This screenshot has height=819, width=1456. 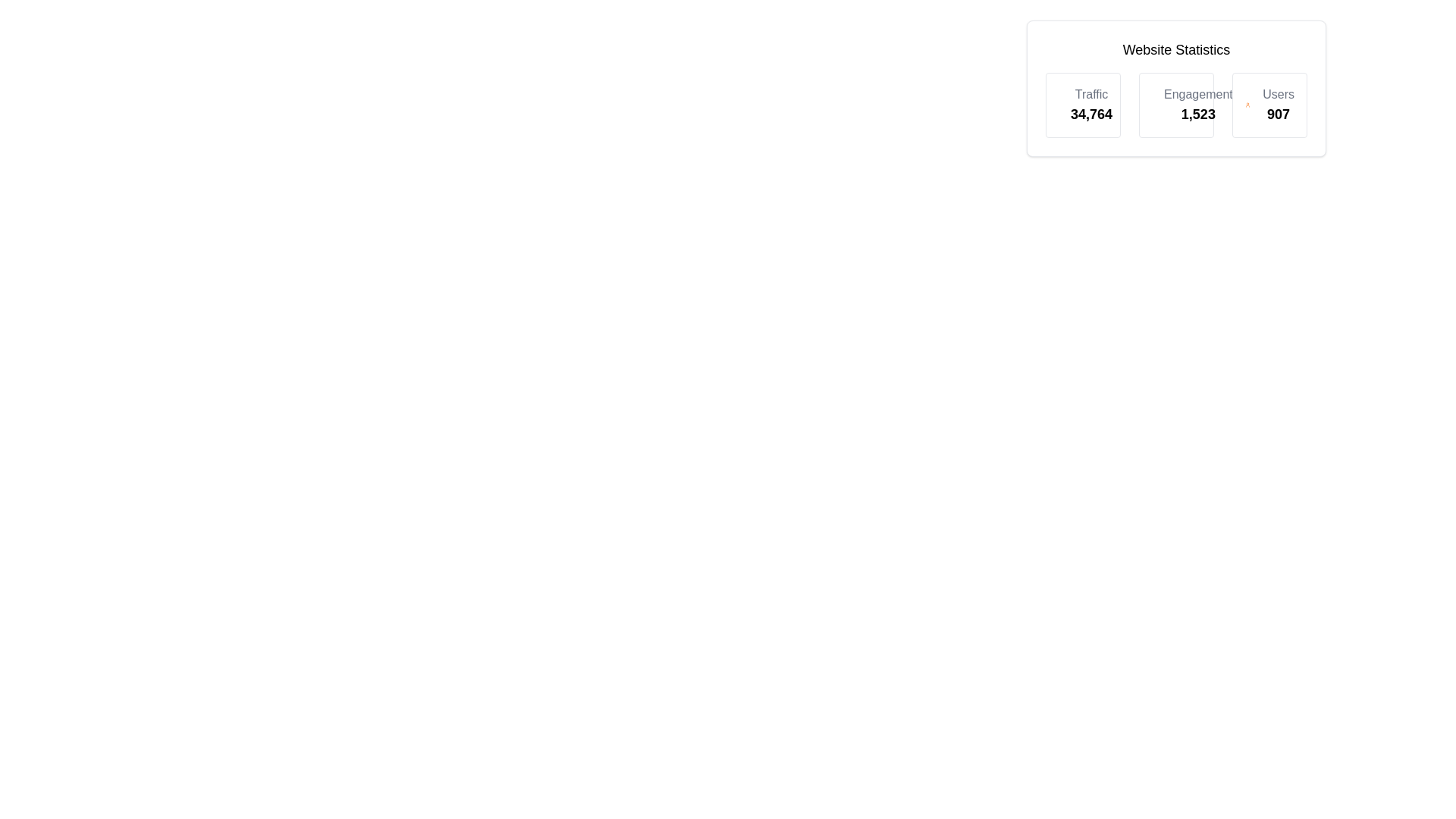 I want to click on the engagement statistic value displayed in the second column of the 'Website Statistics' grid layout, which is interactive, so click(x=1175, y=104).